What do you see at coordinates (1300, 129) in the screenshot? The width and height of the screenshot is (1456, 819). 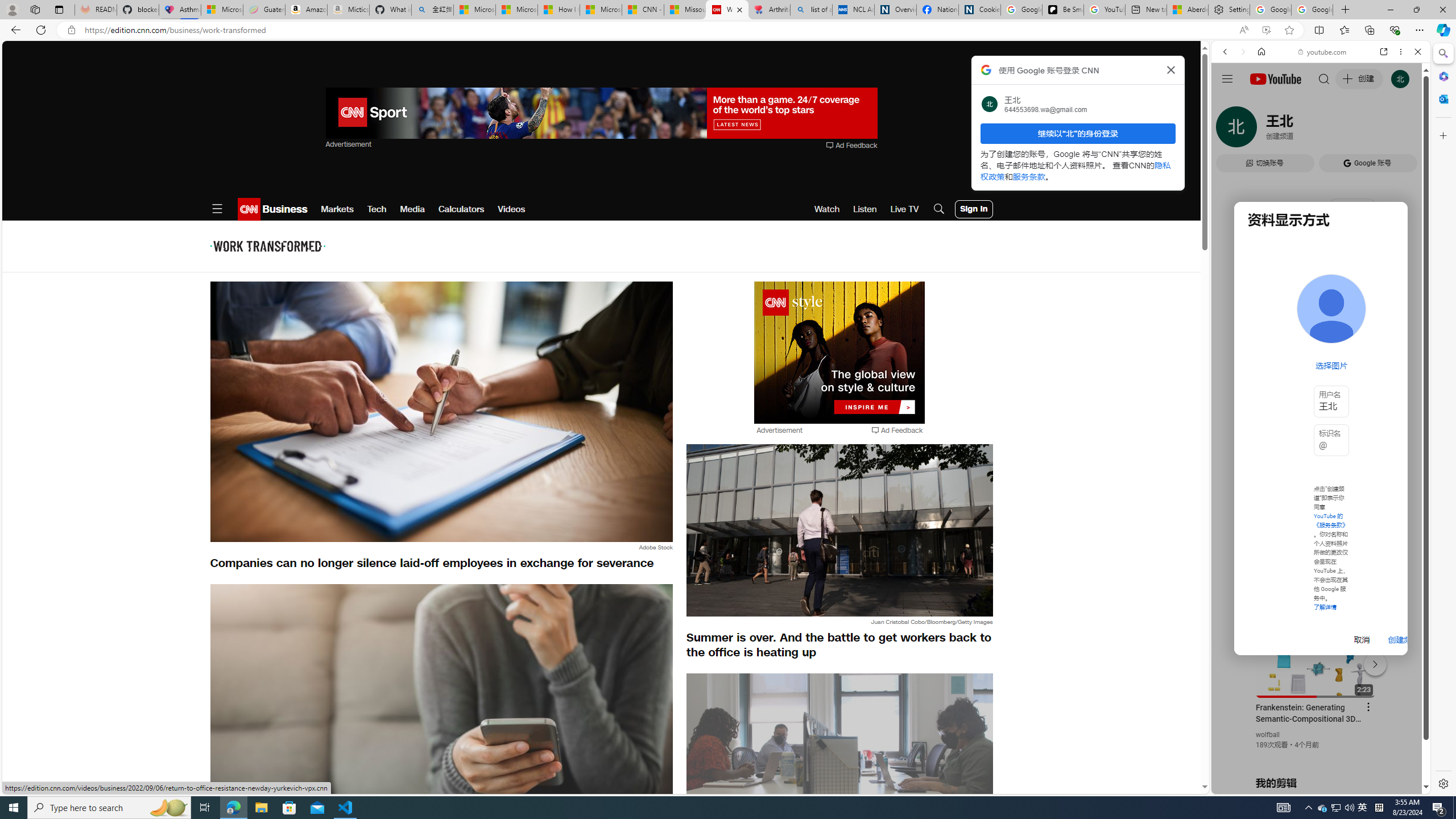 I see `'Search Filter, VIDEOS'` at bounding box center [1300, 129].